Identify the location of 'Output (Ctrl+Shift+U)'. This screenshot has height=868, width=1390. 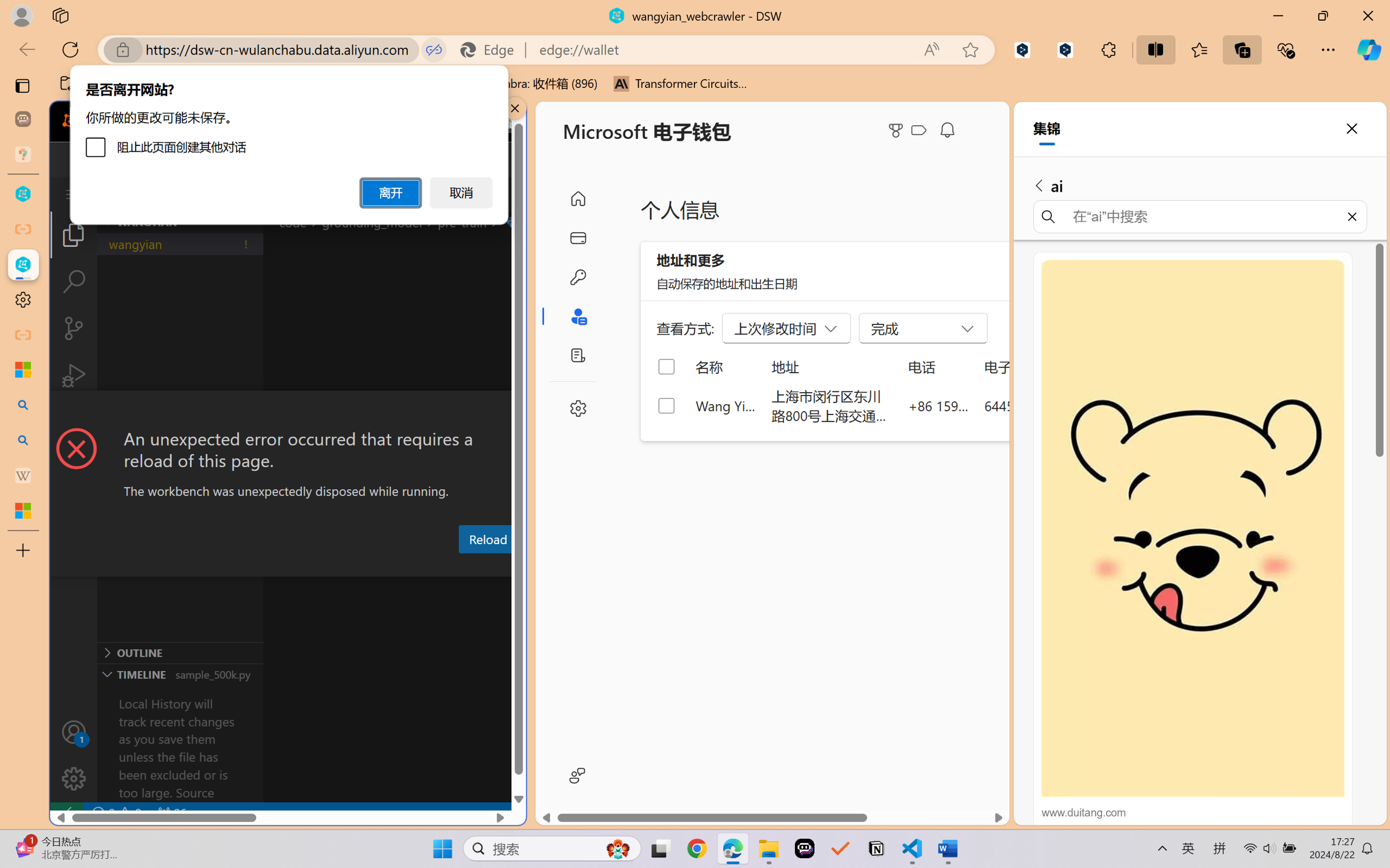
(377, 566).